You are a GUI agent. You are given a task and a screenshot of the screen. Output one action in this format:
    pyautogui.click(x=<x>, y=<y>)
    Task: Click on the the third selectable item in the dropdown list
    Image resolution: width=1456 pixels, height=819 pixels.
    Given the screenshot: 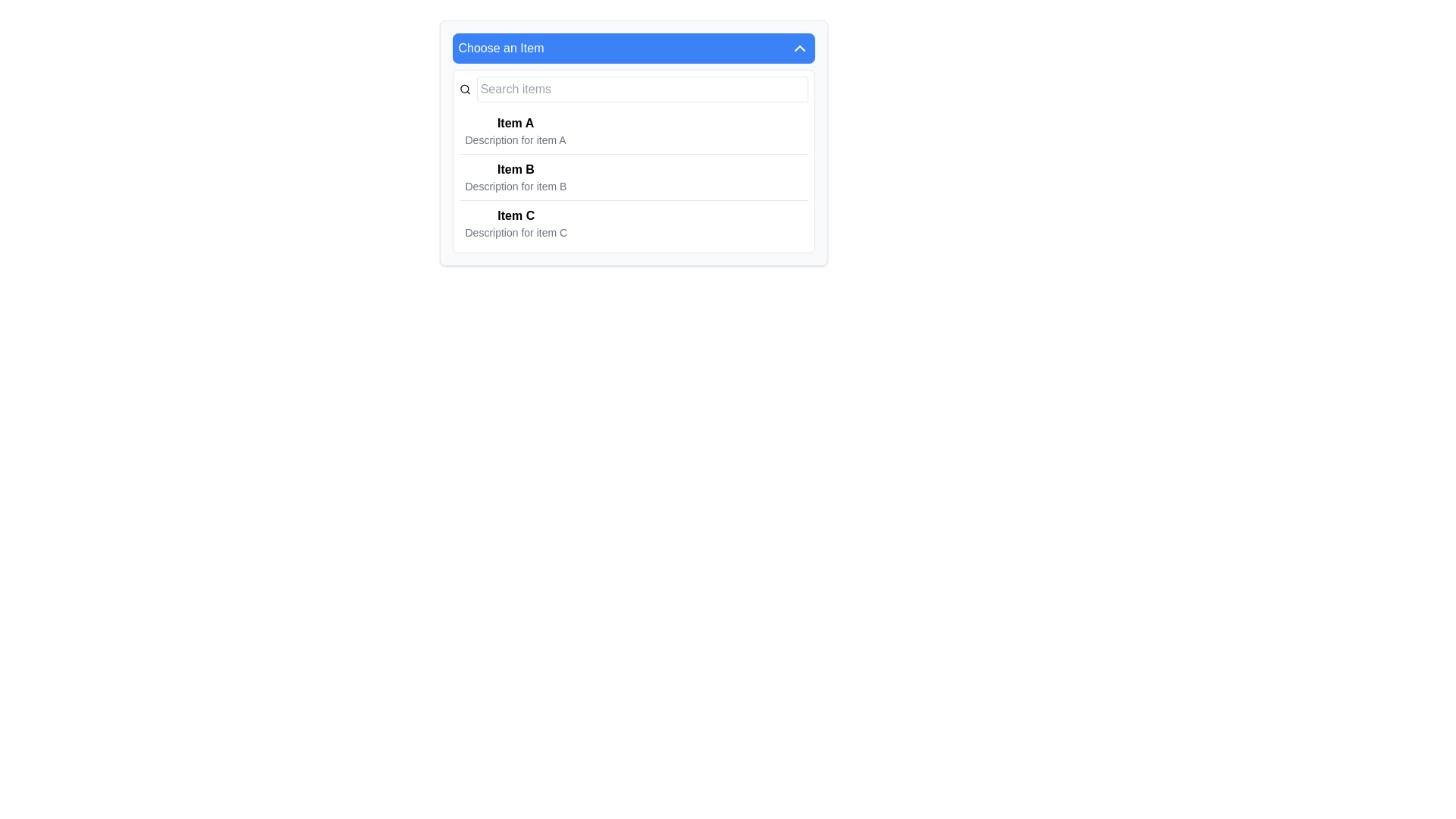 What is the action you would take?
    pyautogui.click(x=633, y=223)
    